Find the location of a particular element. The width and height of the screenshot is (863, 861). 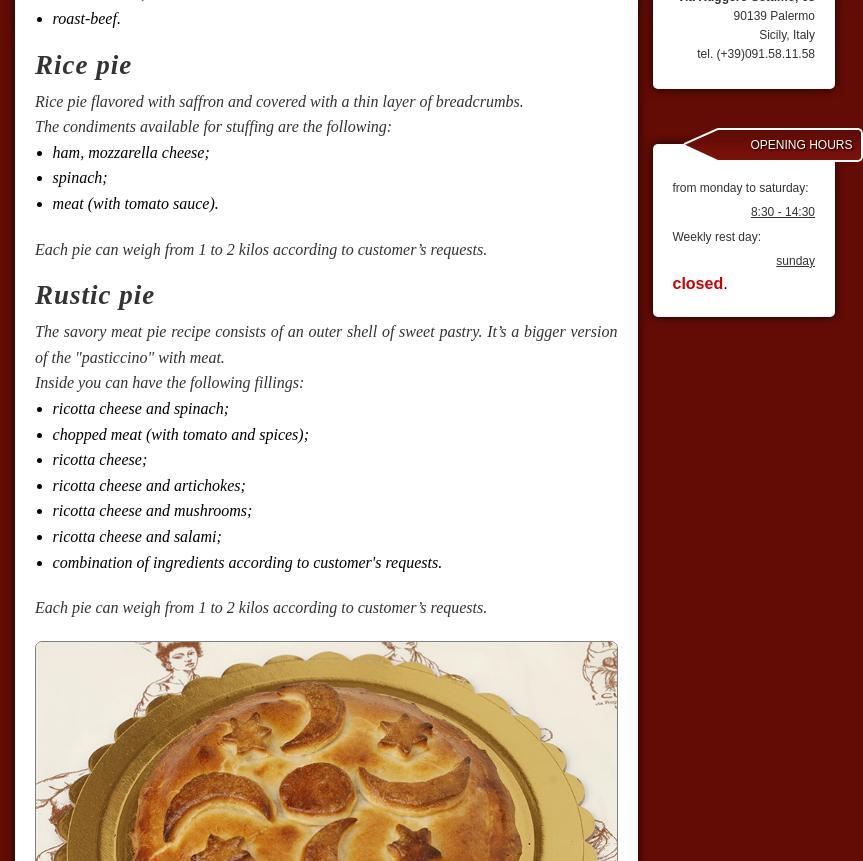

'spinach;' is located at coordinates (52, 177).